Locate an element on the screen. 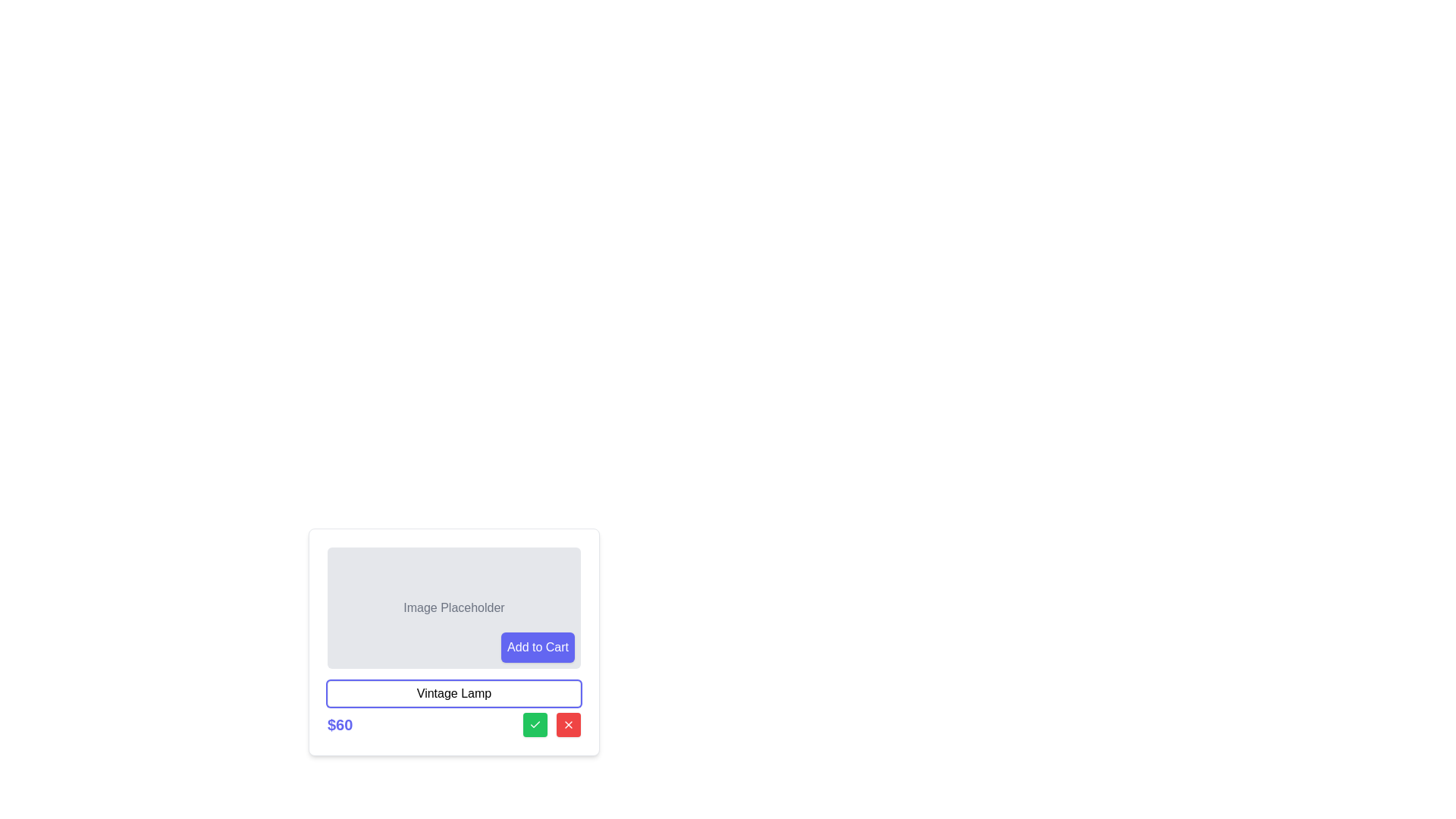 The image size is (1456, 819). the pricing display element which includes a bold blue text label showing '$60' and adjacent green and red action buttons for approval and rejection is located at coordinates (453, 724).